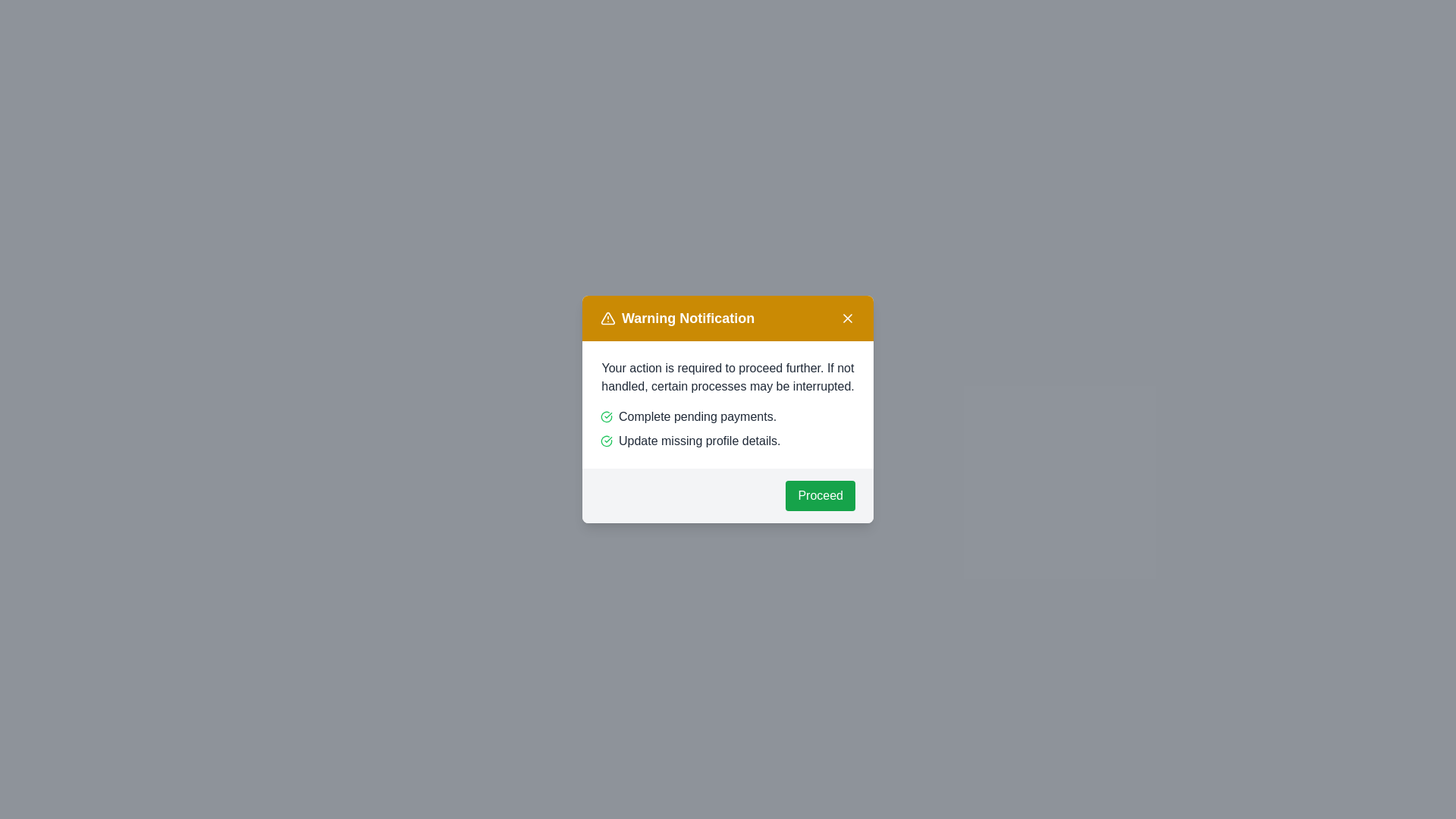 The width and height of the screenshot is (1456, 819). What do you see at coordinates (728, 417) in the screenshot?
I see `task description from the first item in the warning notification modal, which contains a green checkmark icon and the text 'Complete pending payments.'` at bounding box center [728, 417].